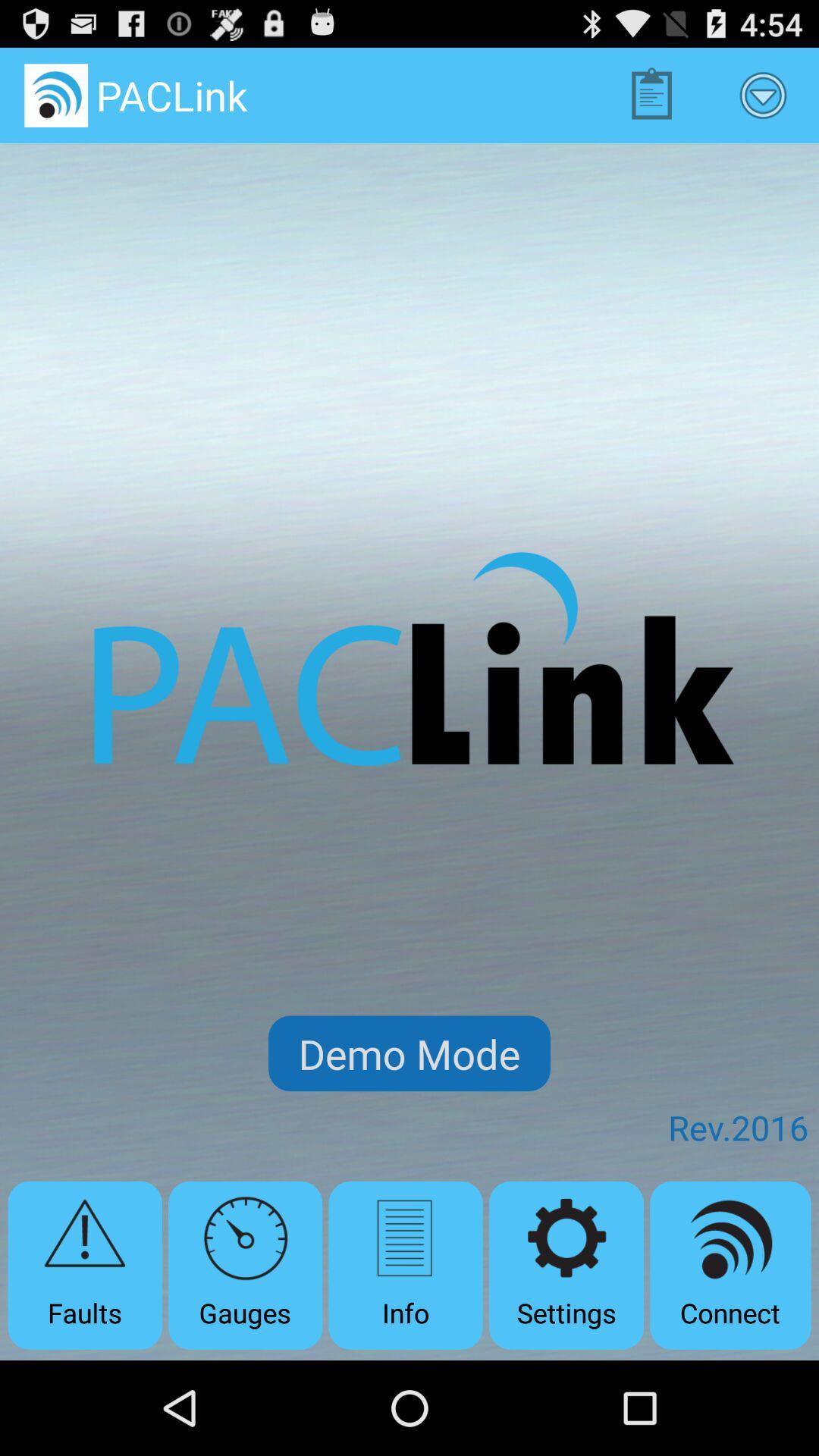  What do you see at coordinates (651, 94) in the screenshot?
I see `icon next to paclink item` at bounding box center [651, 94].